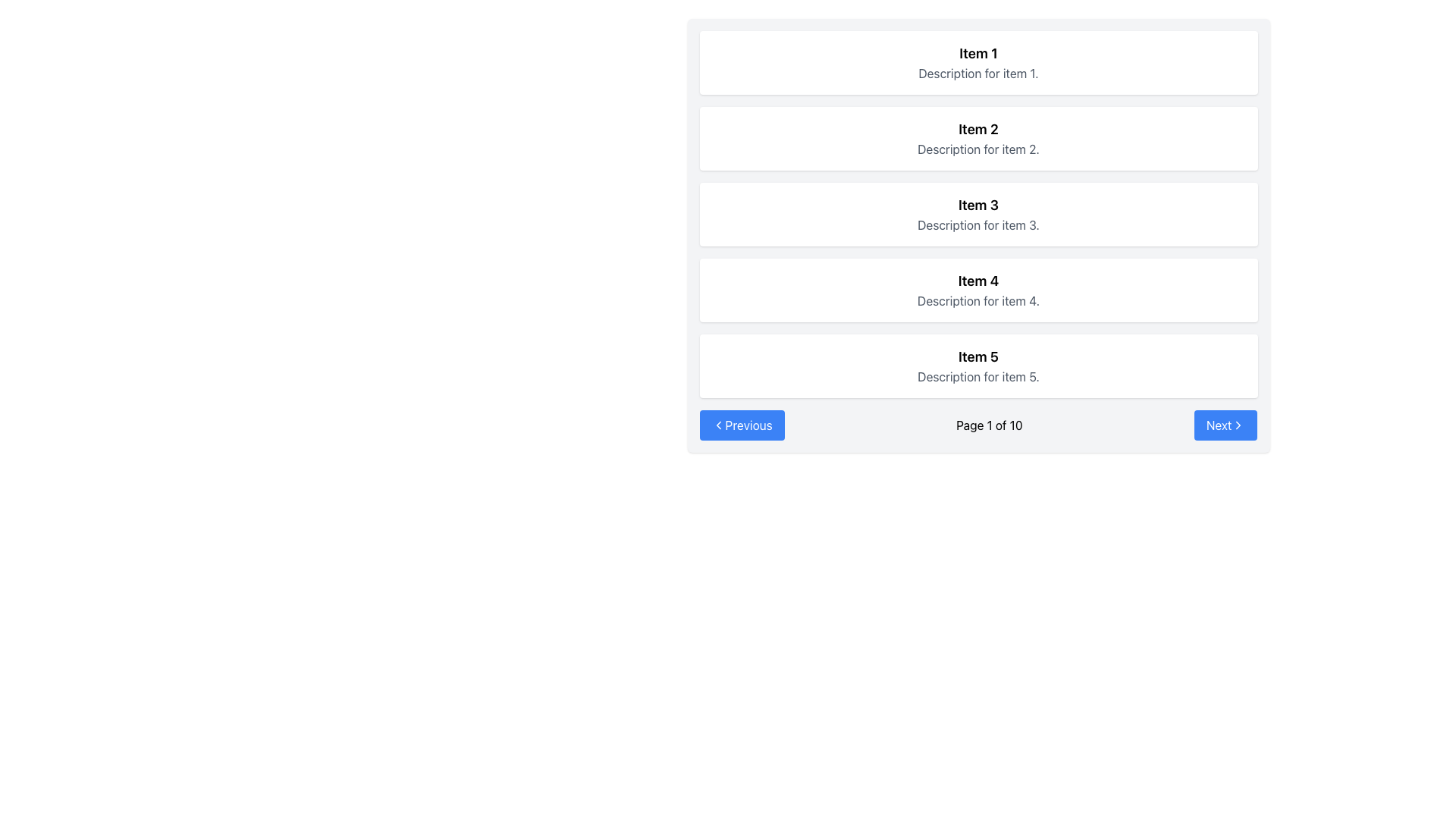 The image size is (1456, 819). What do you see at coordinates (978, 356) in the screenshot?
I see `the 'Item 5' text label, which is styled with a bold and enlarged font and located at the top of the fifth card in a vertically stacked list of cards` at bounding box center [978, 356].